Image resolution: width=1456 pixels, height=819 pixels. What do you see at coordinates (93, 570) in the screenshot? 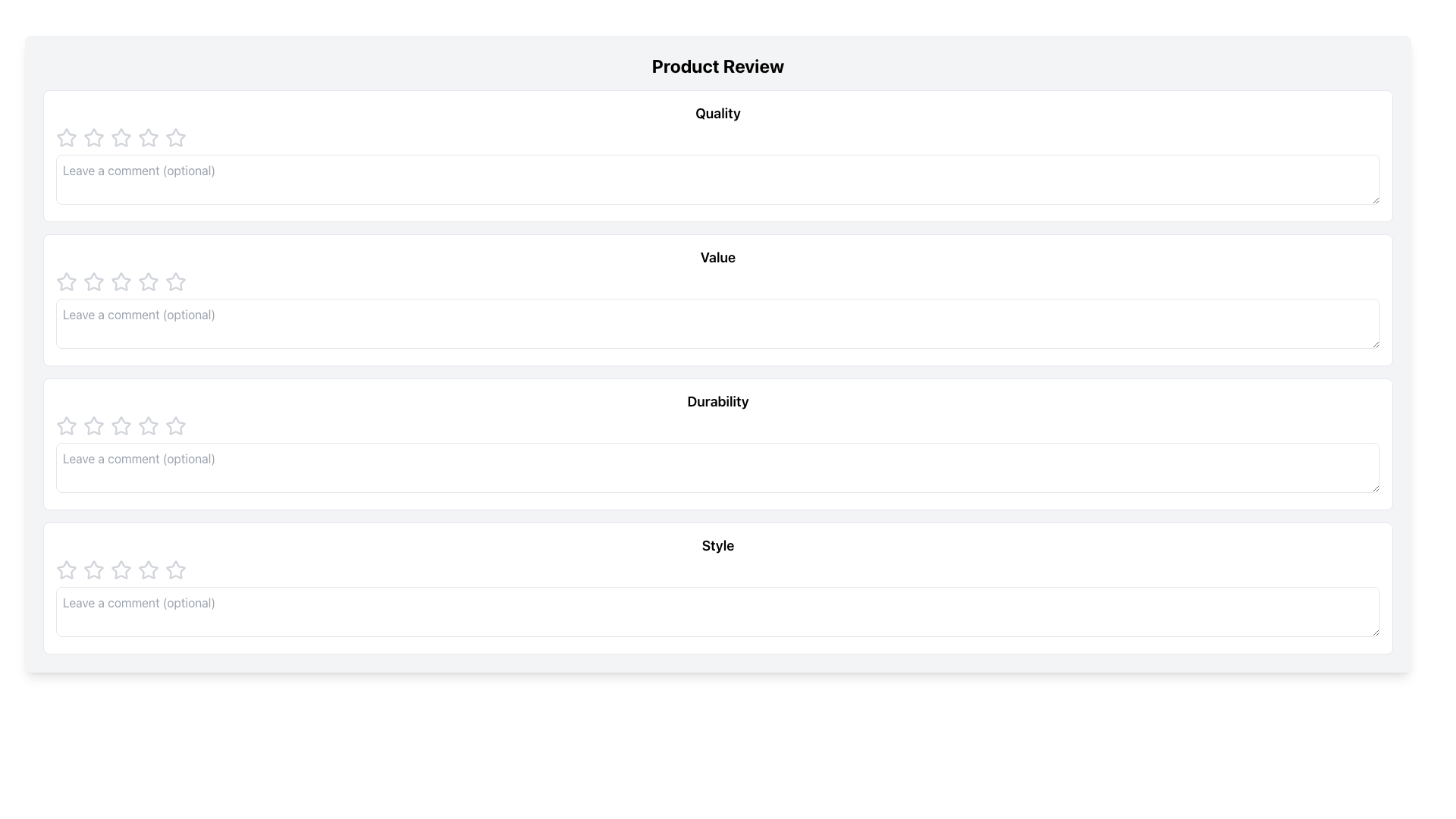
I see `the second star-shaped rating icon in the 'Style' evaluation section` at bounding box center [93, 570].